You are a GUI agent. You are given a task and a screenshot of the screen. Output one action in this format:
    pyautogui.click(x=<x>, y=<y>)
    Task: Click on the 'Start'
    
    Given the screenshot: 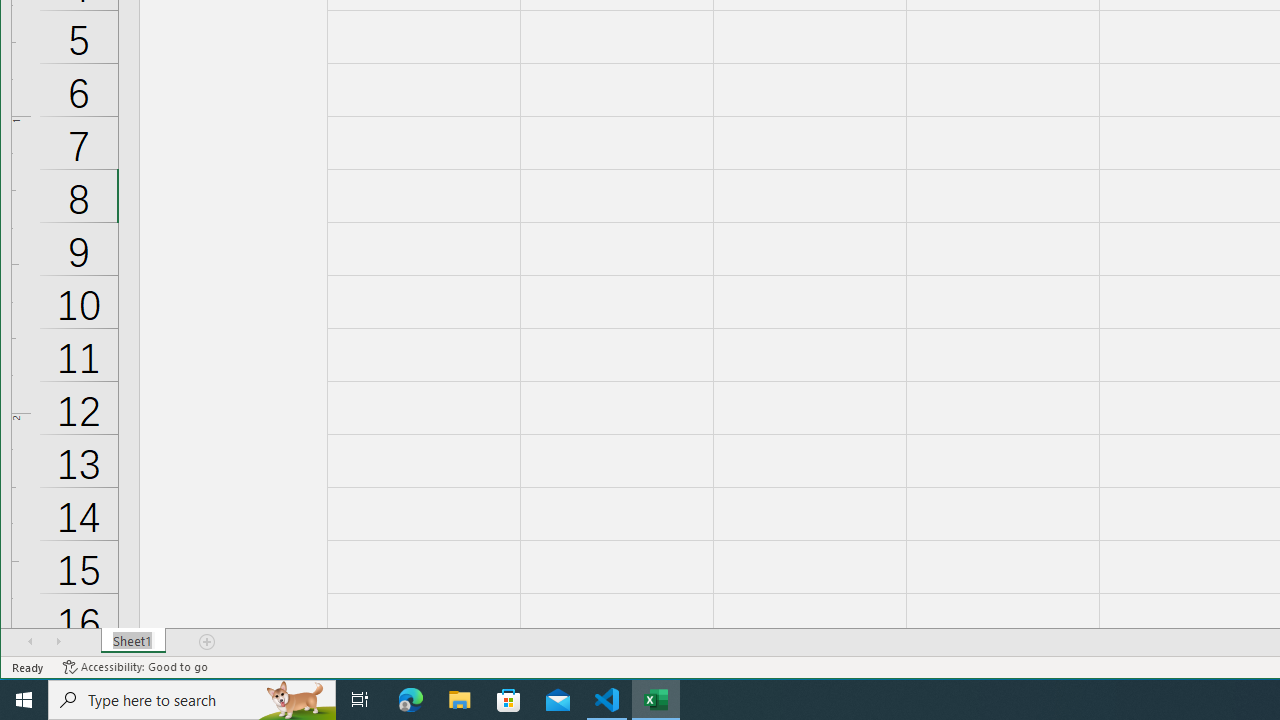 What is the action you would take?
    pyautogui.click(x=24, y=698)
    